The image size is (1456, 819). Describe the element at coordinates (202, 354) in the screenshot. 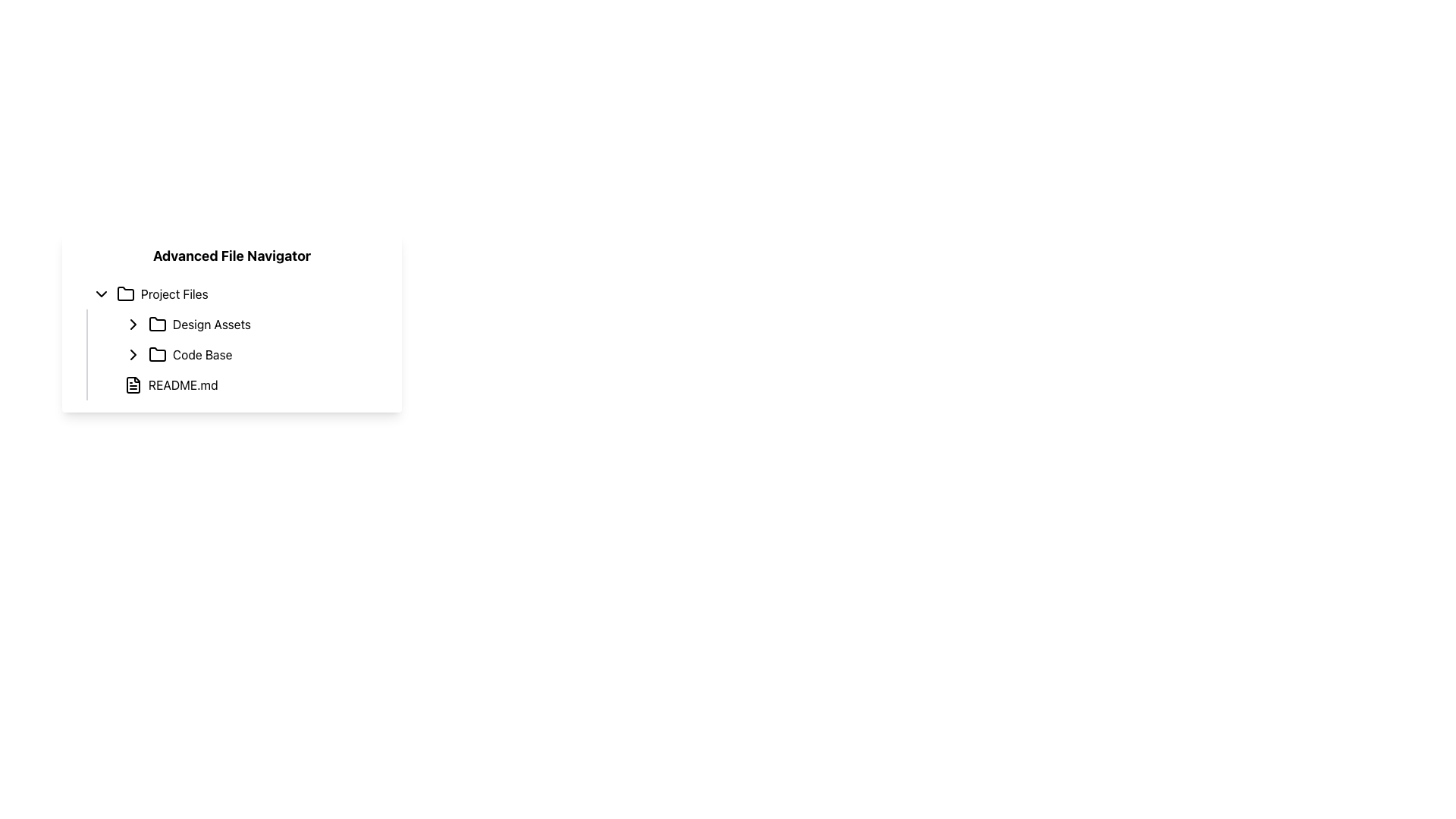

I see `the text label reading 'Code Base' which is aligned to the right of the second folder icon in the file navigation interface` at that location.